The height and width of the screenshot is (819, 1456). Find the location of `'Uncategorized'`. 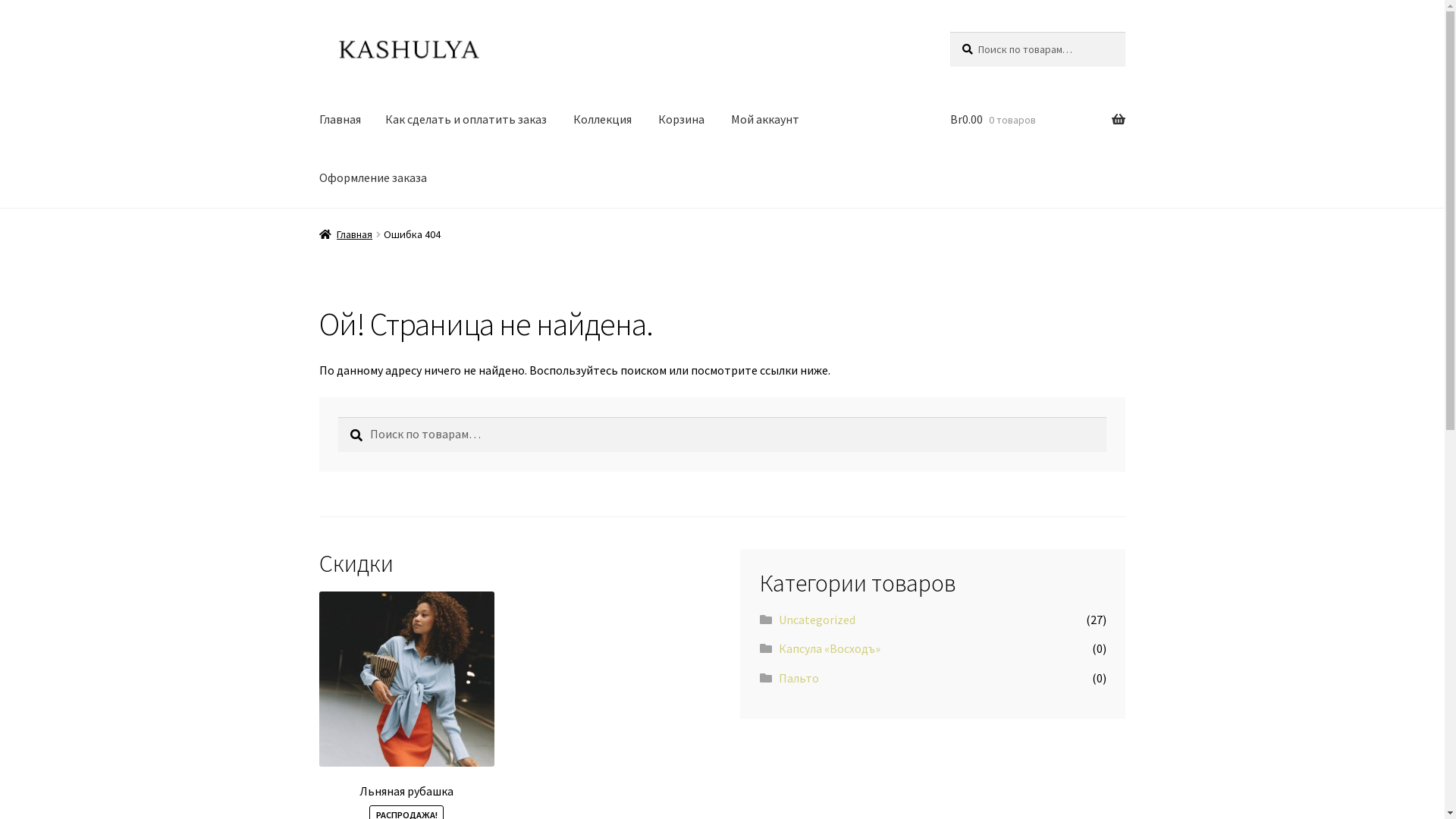

'Uncategorized' is located at coordinates (816, 620).